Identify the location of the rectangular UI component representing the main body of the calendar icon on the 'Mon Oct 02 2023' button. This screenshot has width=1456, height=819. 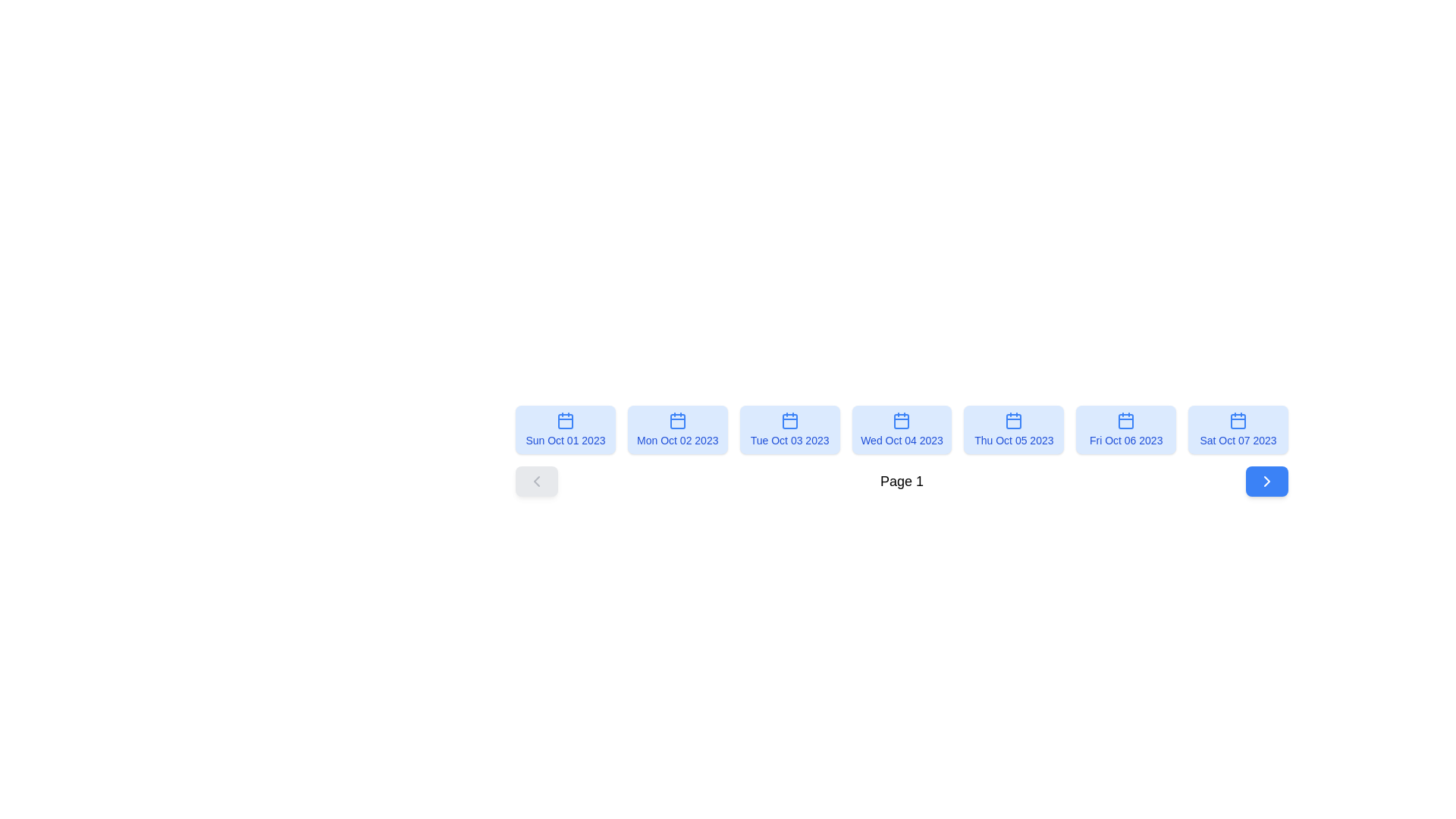
(676, 421).